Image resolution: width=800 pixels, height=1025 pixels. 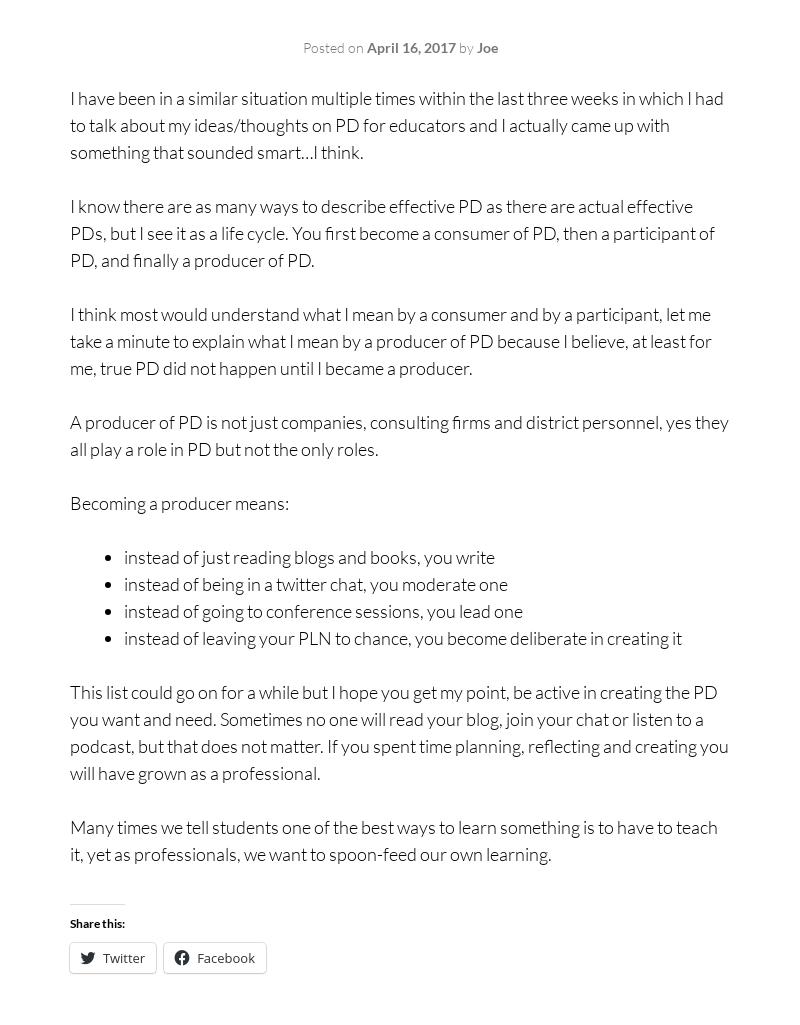 What do you see at coordinates (464, 47) in the screenshot?
I see `'by'` at bounding box center [464, 47].